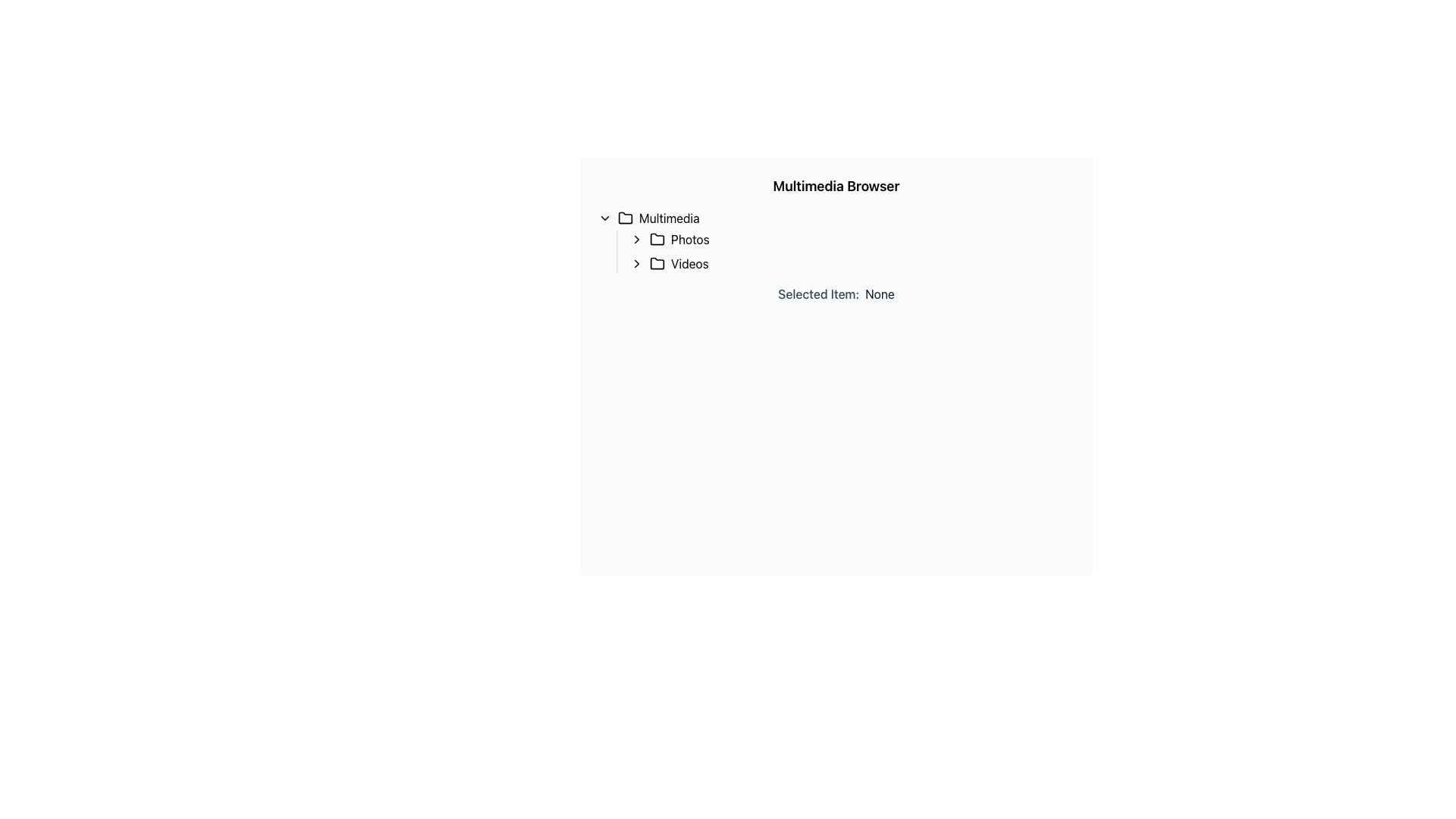  What do you see at coordinates (668, 218) in the screenshot?
I see `the 'Multimedia' text label which is located below the main header 'Multimedia Browser' and next to the expandable folder icon` at bounding box center [668, 218].